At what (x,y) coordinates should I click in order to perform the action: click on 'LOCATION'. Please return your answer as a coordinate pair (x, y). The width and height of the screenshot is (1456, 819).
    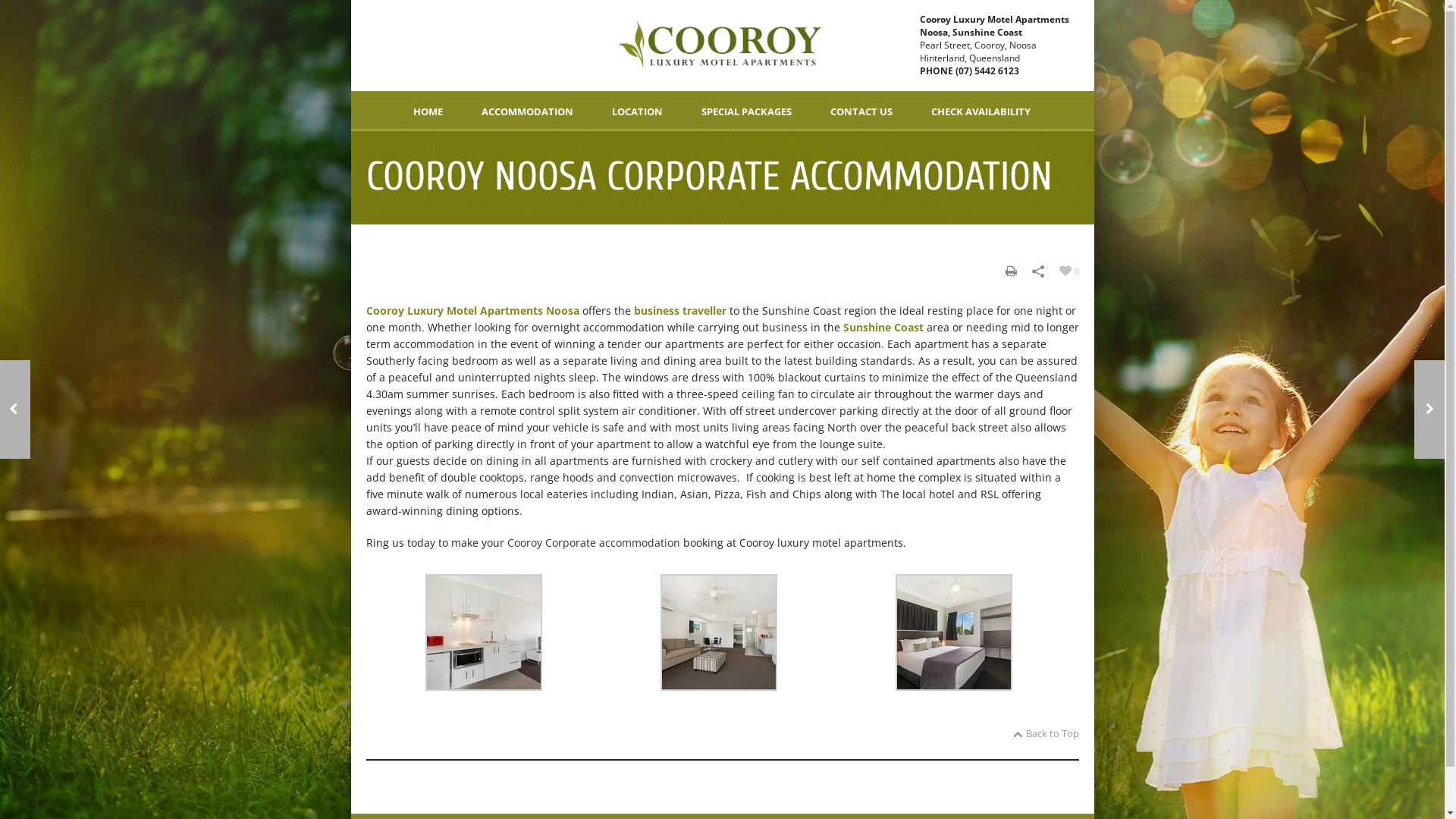
    Looking at the image, I should click on (637, 110).